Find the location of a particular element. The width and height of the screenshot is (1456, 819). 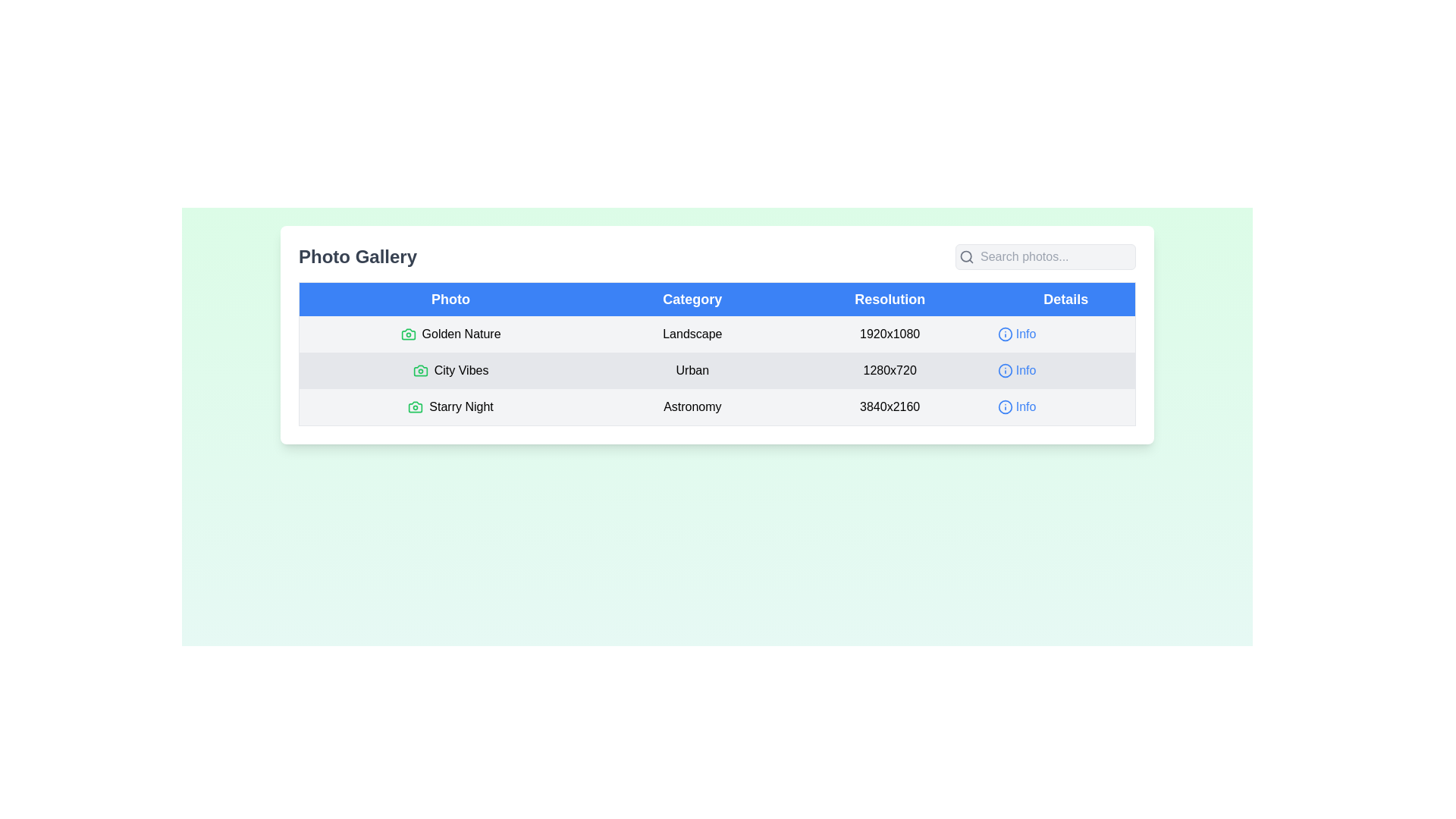

the 'City Vibes' text with a green camera icon located is located at coordinates (450, 371).